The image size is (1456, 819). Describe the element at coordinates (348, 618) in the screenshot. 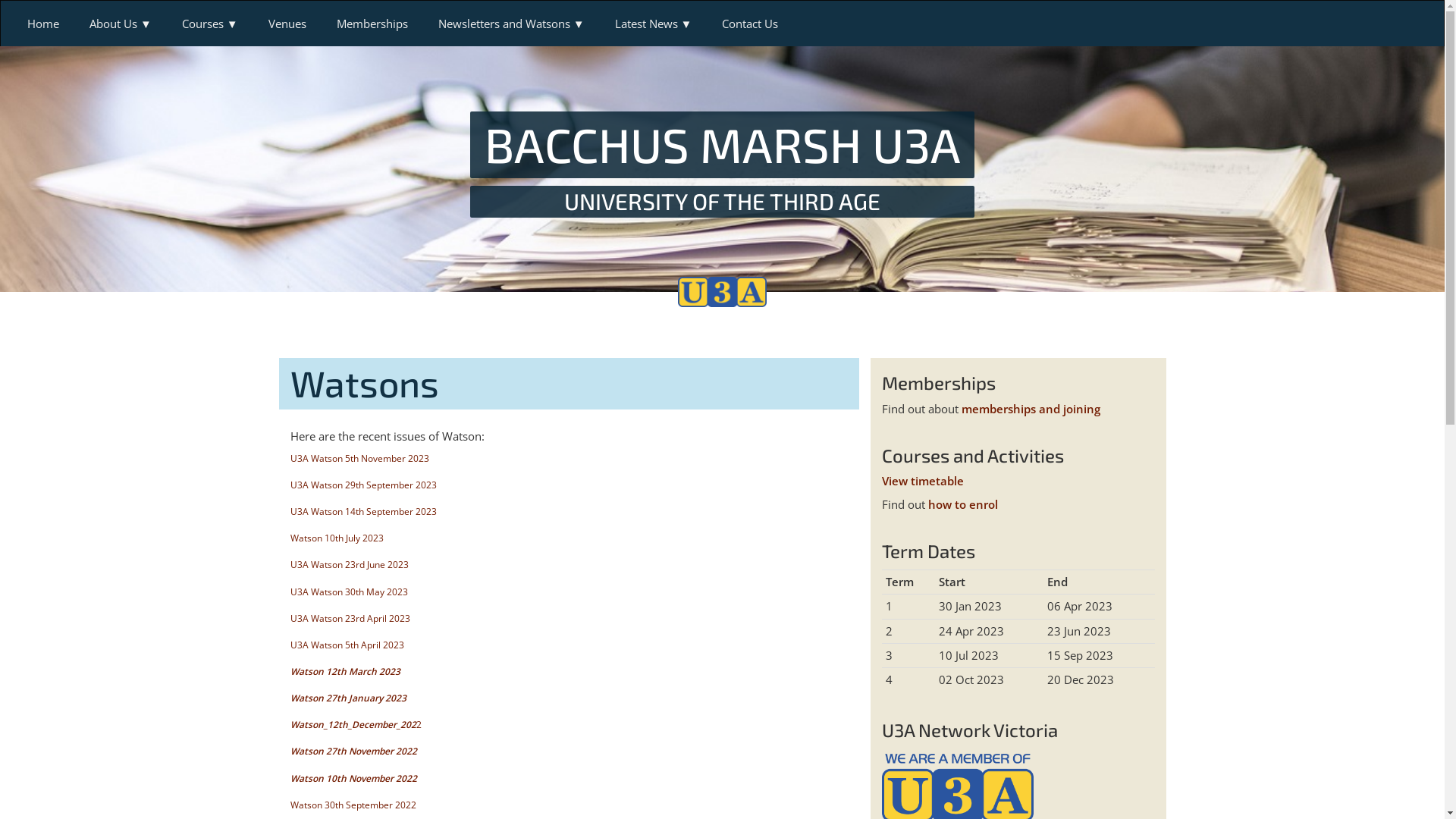

I see `'U3A Watson 23rd April 2023'` at that location.